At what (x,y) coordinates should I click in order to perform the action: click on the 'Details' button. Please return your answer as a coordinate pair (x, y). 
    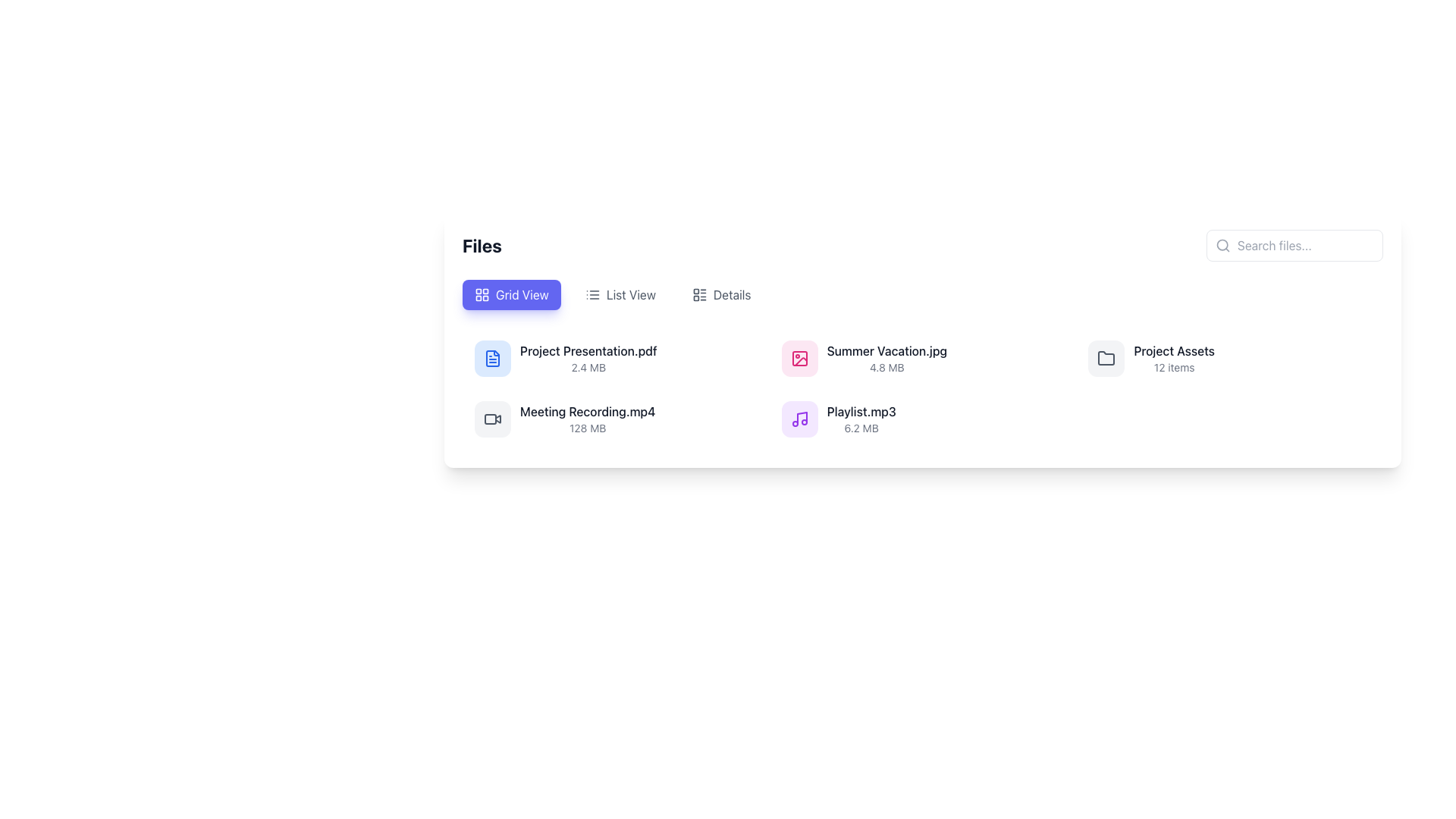
    Looking at the image, I should click on (720, 295).